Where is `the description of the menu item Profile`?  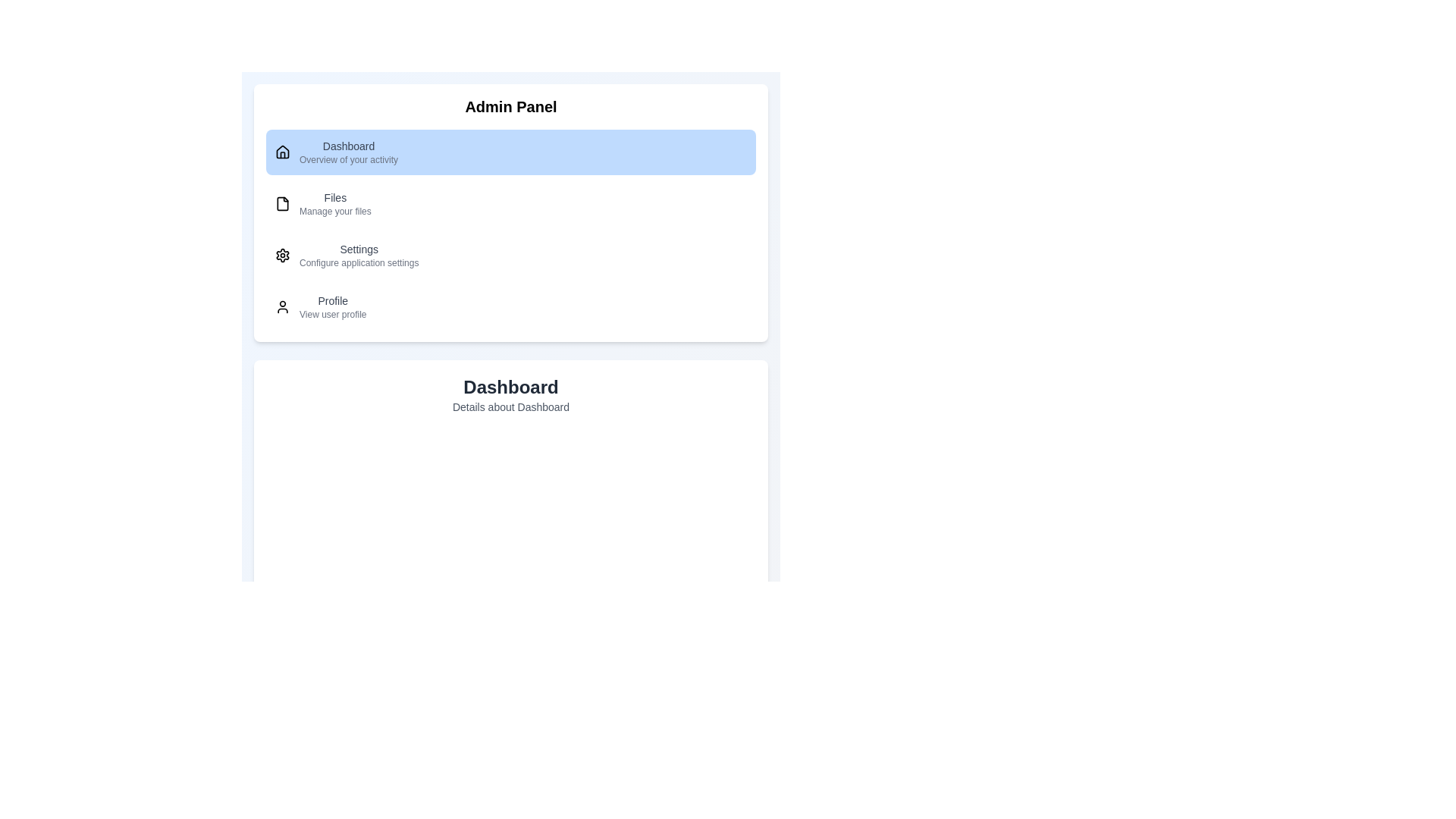 the description of the menu item Profile is located at coordinates (332, 307).